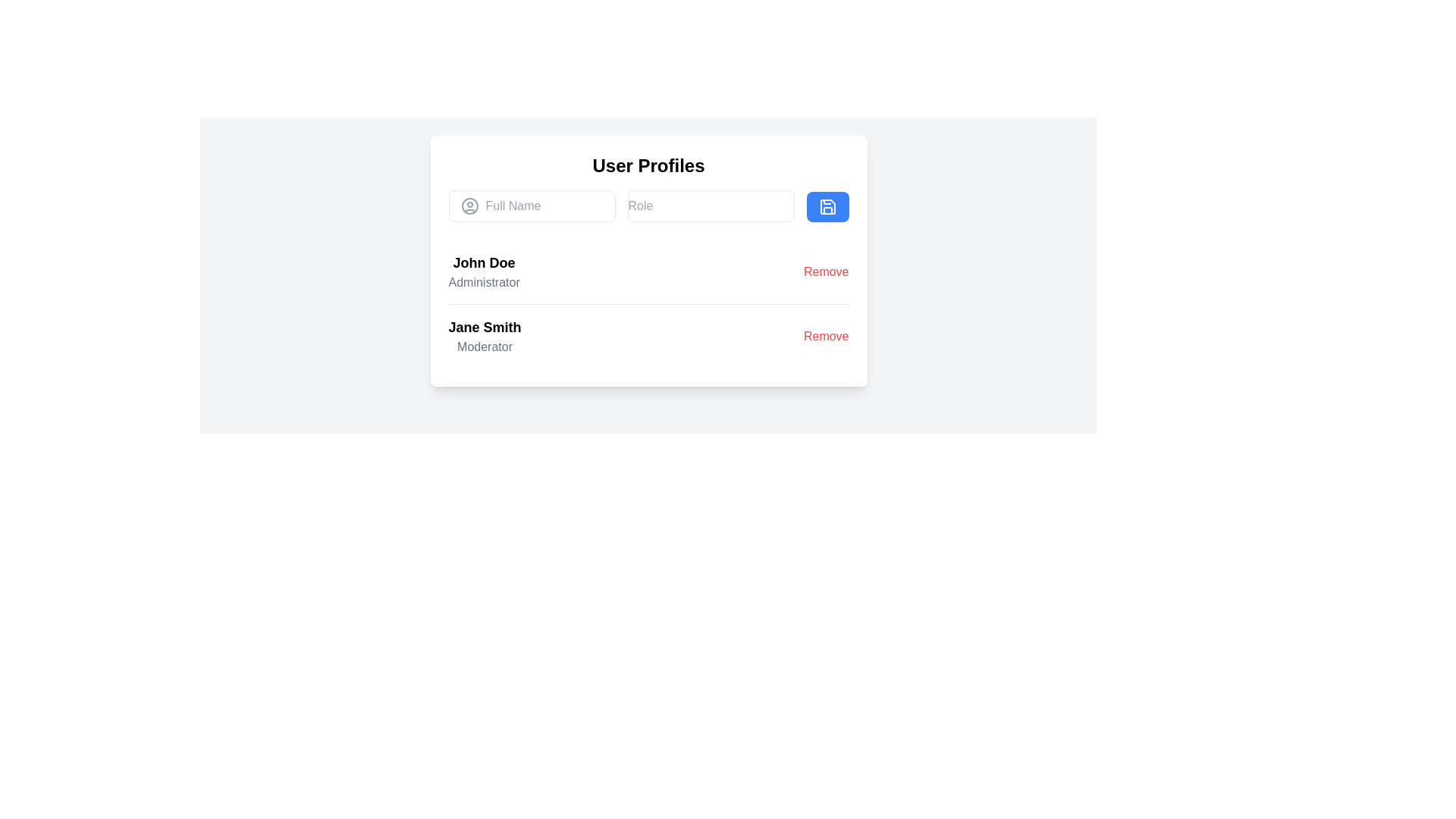 The image size is (1456, 819). Describe the element at coordinates (484, 335) in the screenshot. I see `the User profile entry for 'Jane Smith' which is the second user card in the 'User Profiles' section` at that location.